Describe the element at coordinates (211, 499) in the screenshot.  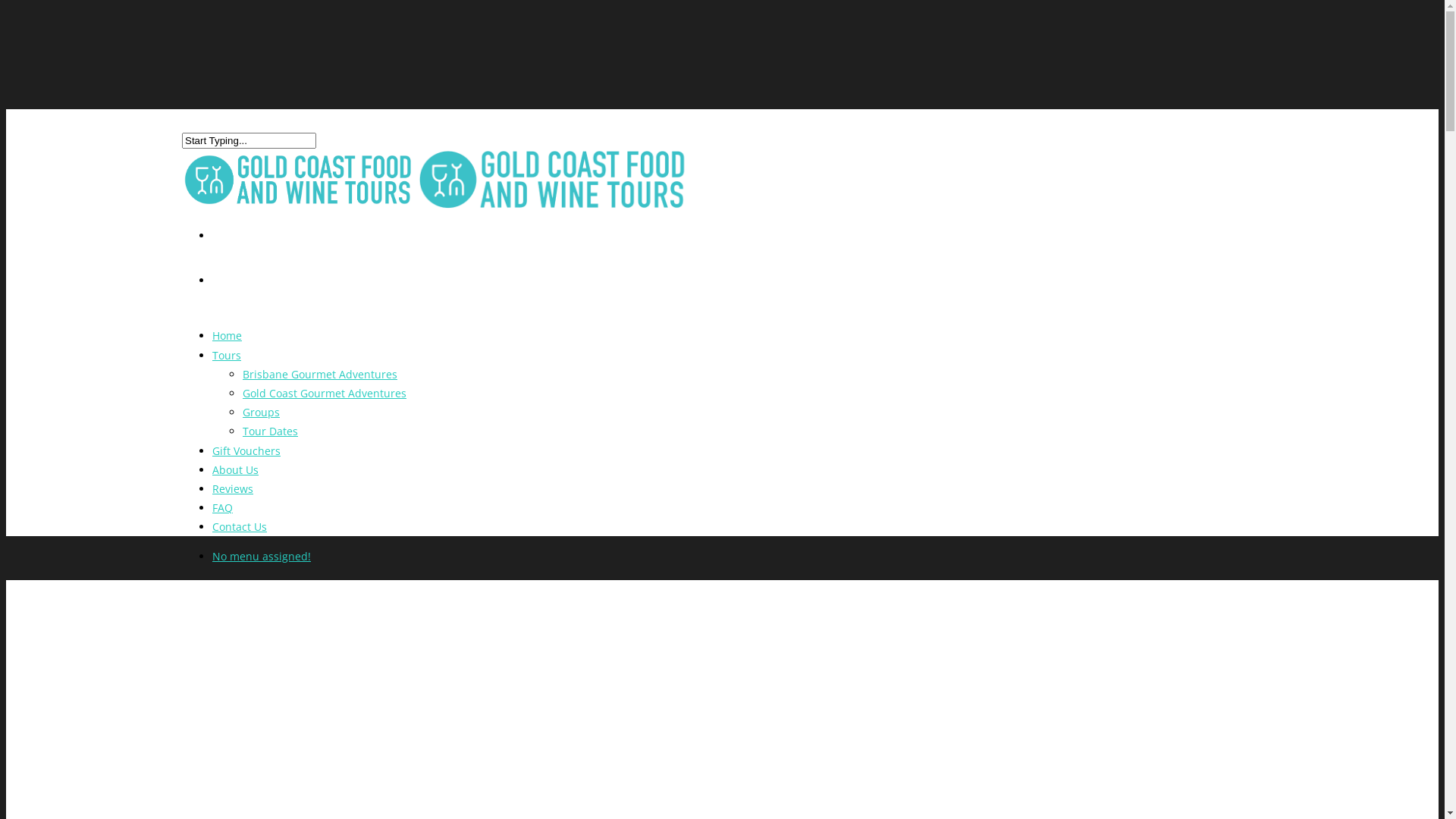
I see `'Reviews'` at that location.